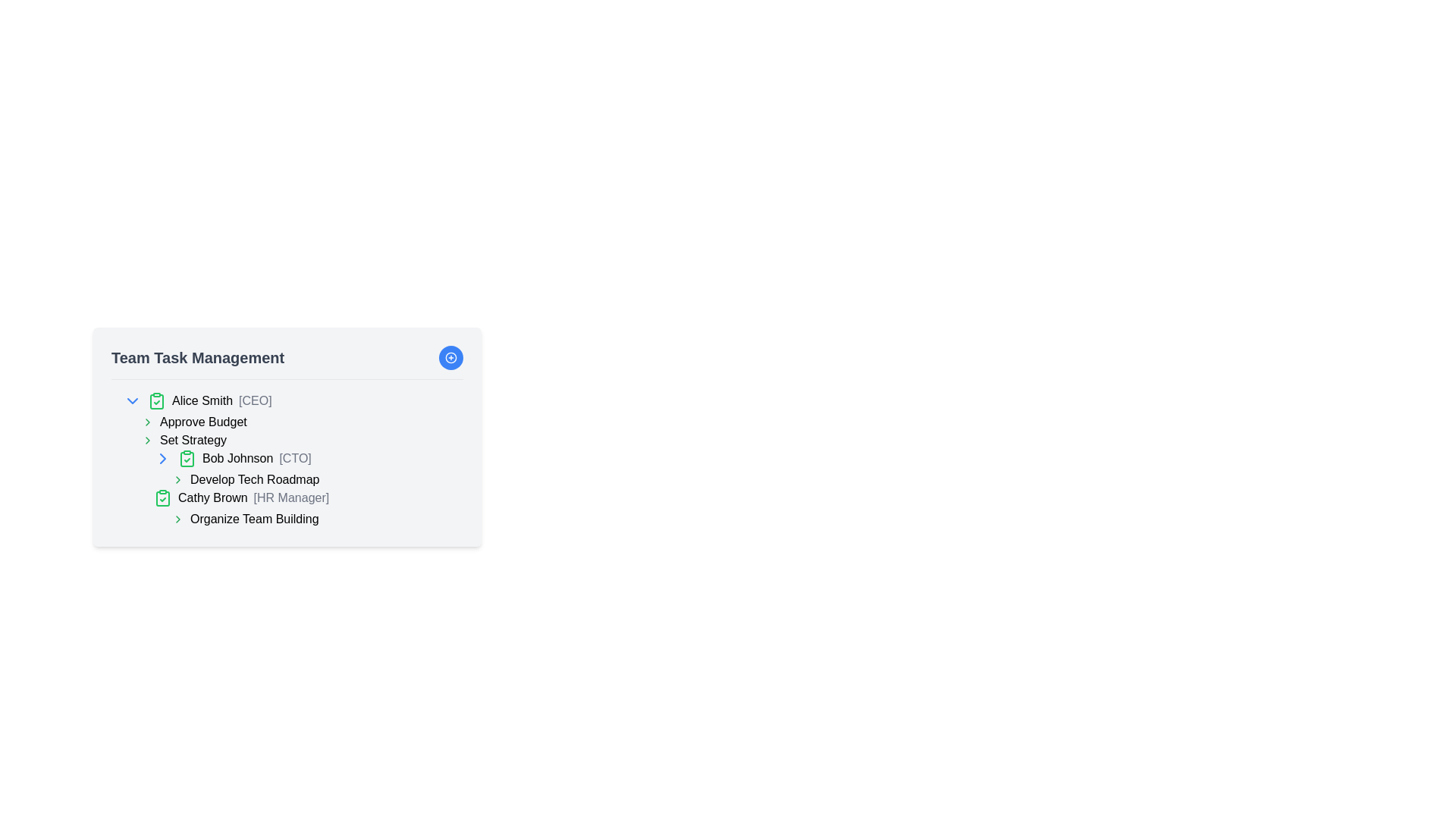 This screenshot has height=819, width=1456. I want to click on the text label 'Bob Johnson' which is styled in a medium font weight and is part of the team management context under 'Set Strategy', so click(237, 457).